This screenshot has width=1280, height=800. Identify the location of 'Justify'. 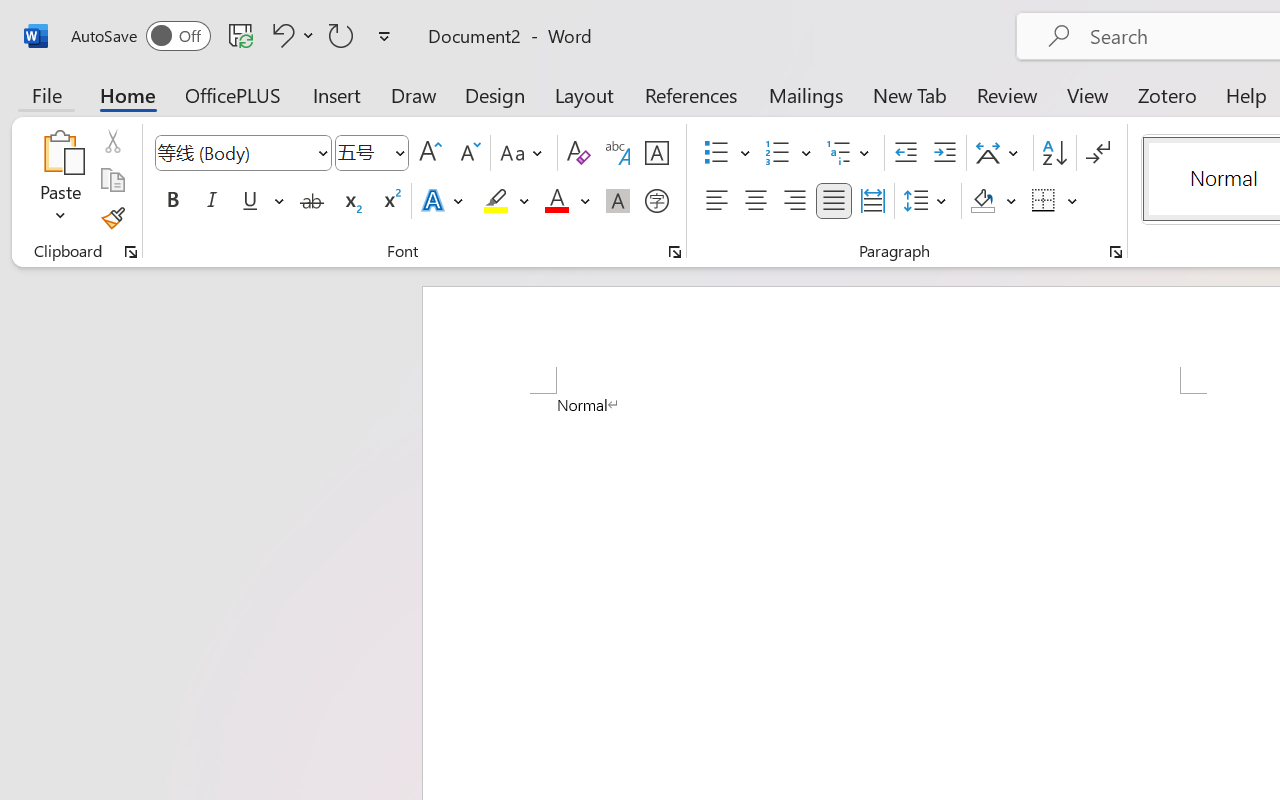
(834, 201).